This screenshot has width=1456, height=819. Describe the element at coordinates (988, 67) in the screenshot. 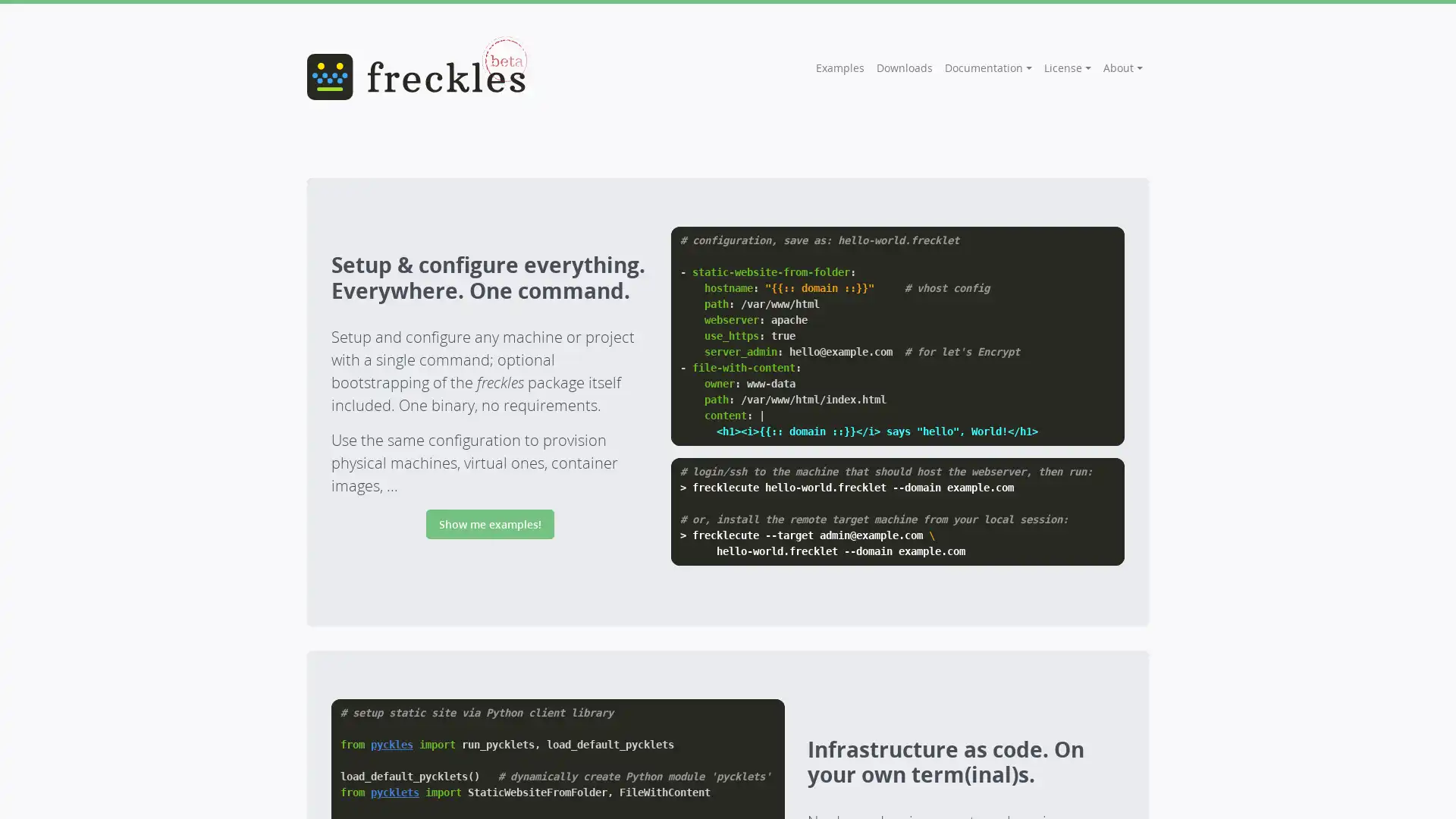

I see `Documentation` at that location.